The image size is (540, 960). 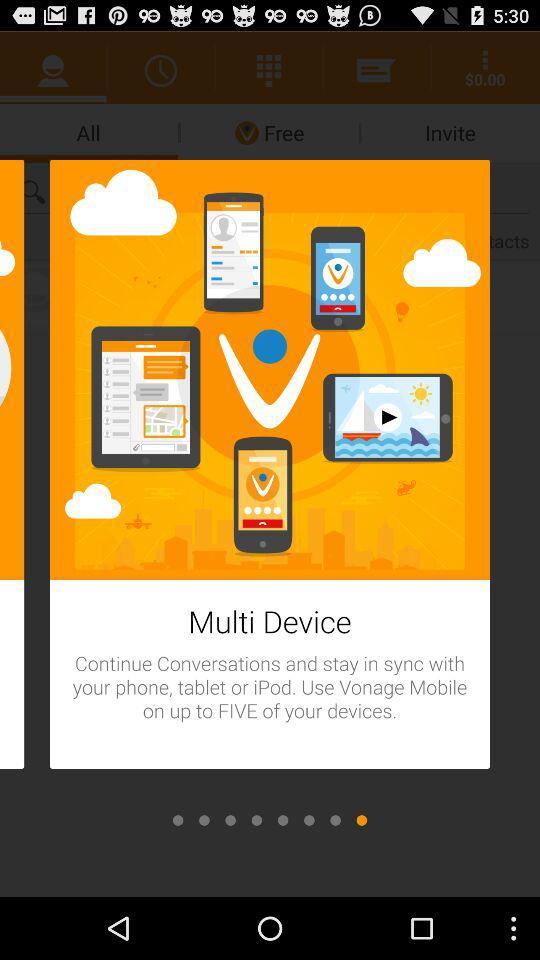 What do you see at coordinates (335, 820) in the screenshot?
I see `image` at bounding box center [335, 820].